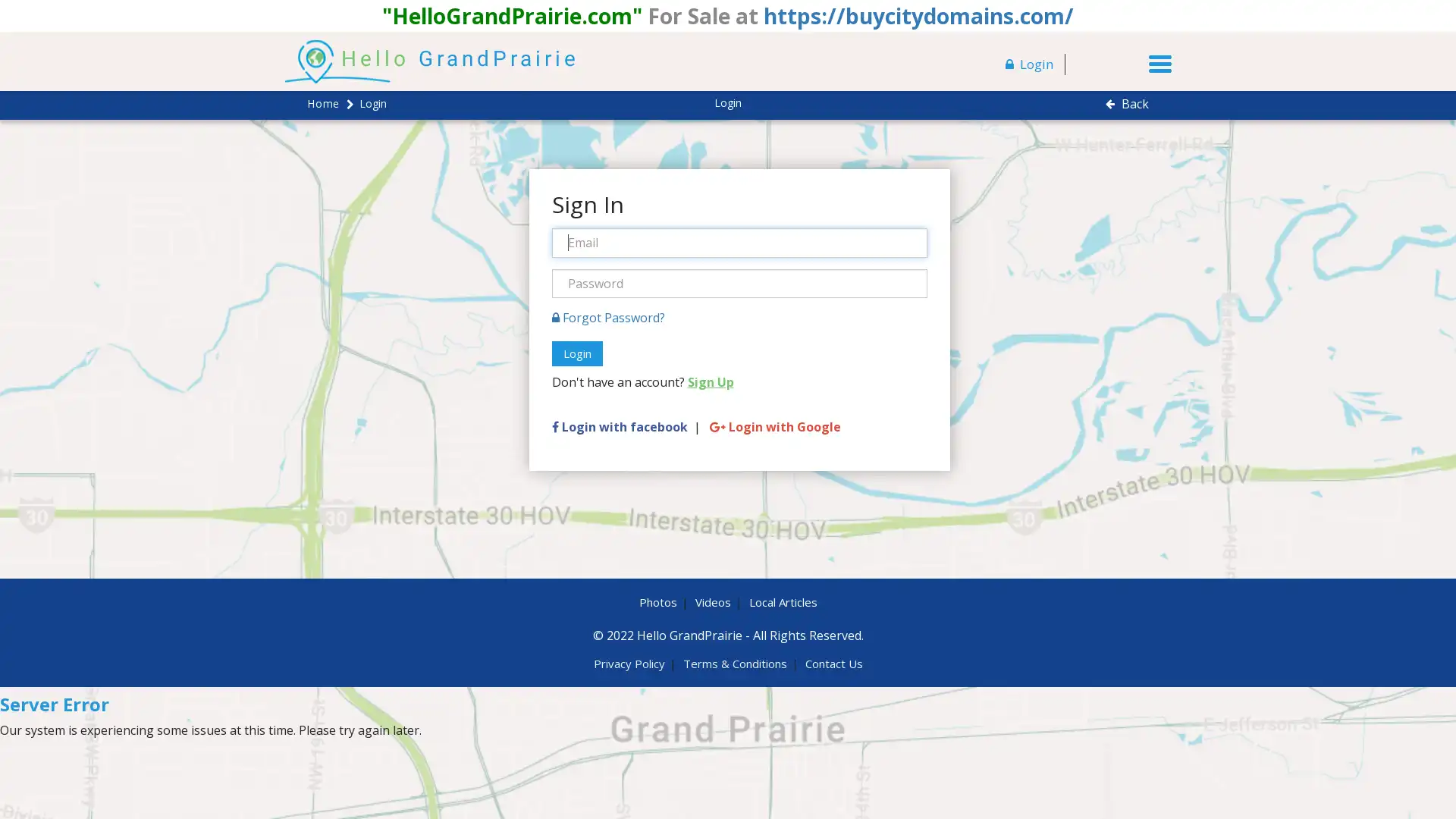 The width and height of the screenshot is (1456, 819). Describe the element at coordinates (576, 353) in the screenshot. I see `Login` at that location.